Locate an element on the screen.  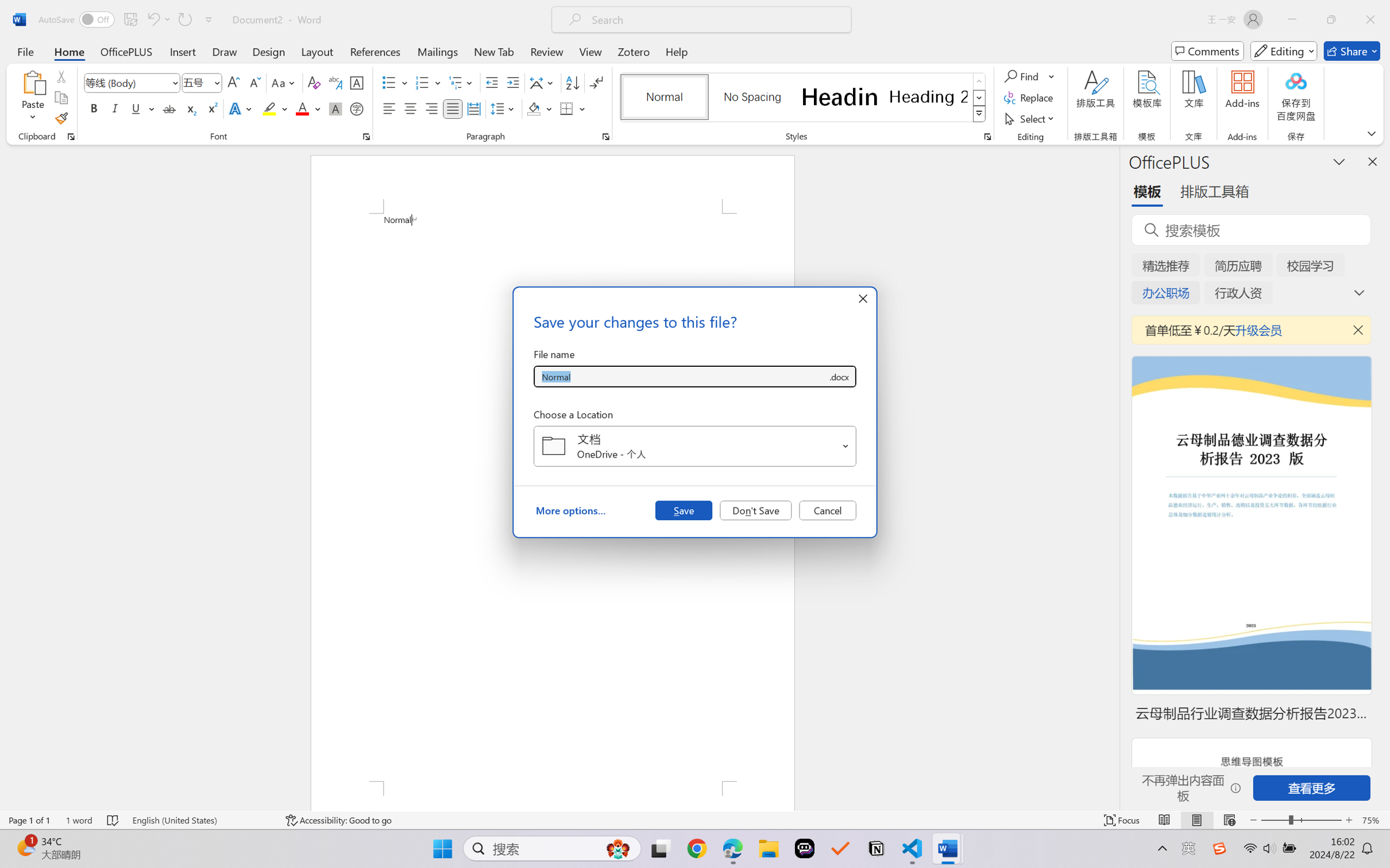
'Cancel' is located at coordinates (827, 509).